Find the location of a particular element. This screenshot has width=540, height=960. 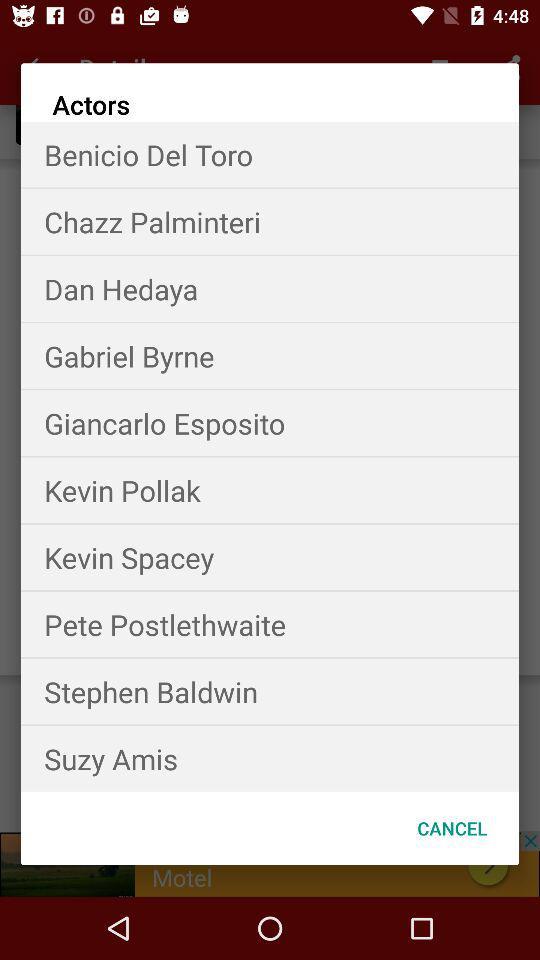

the    kevin spacey is located at coordinates (270, 557).